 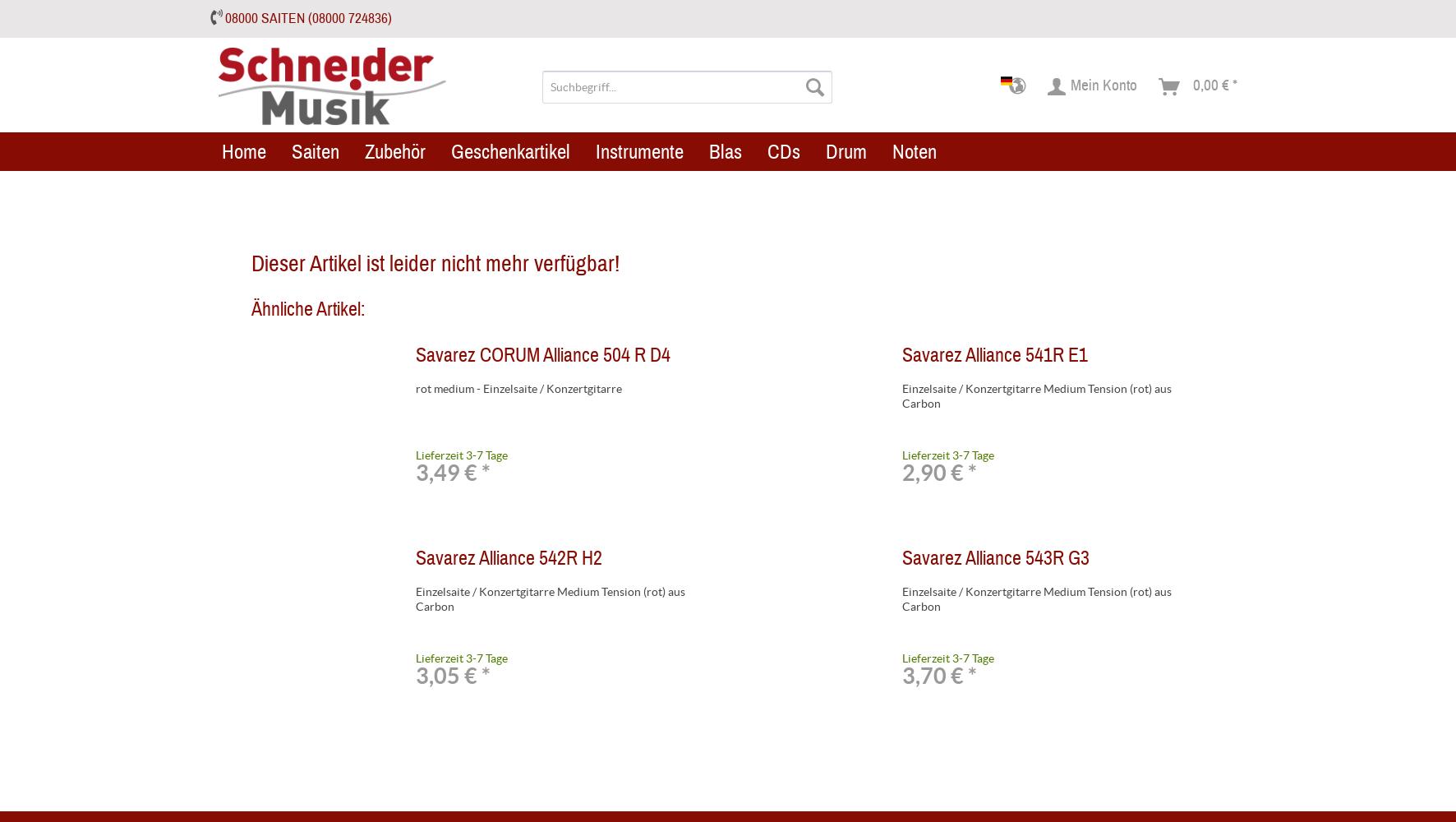 I want to click on 'Drum', so click(x=826, y=150).